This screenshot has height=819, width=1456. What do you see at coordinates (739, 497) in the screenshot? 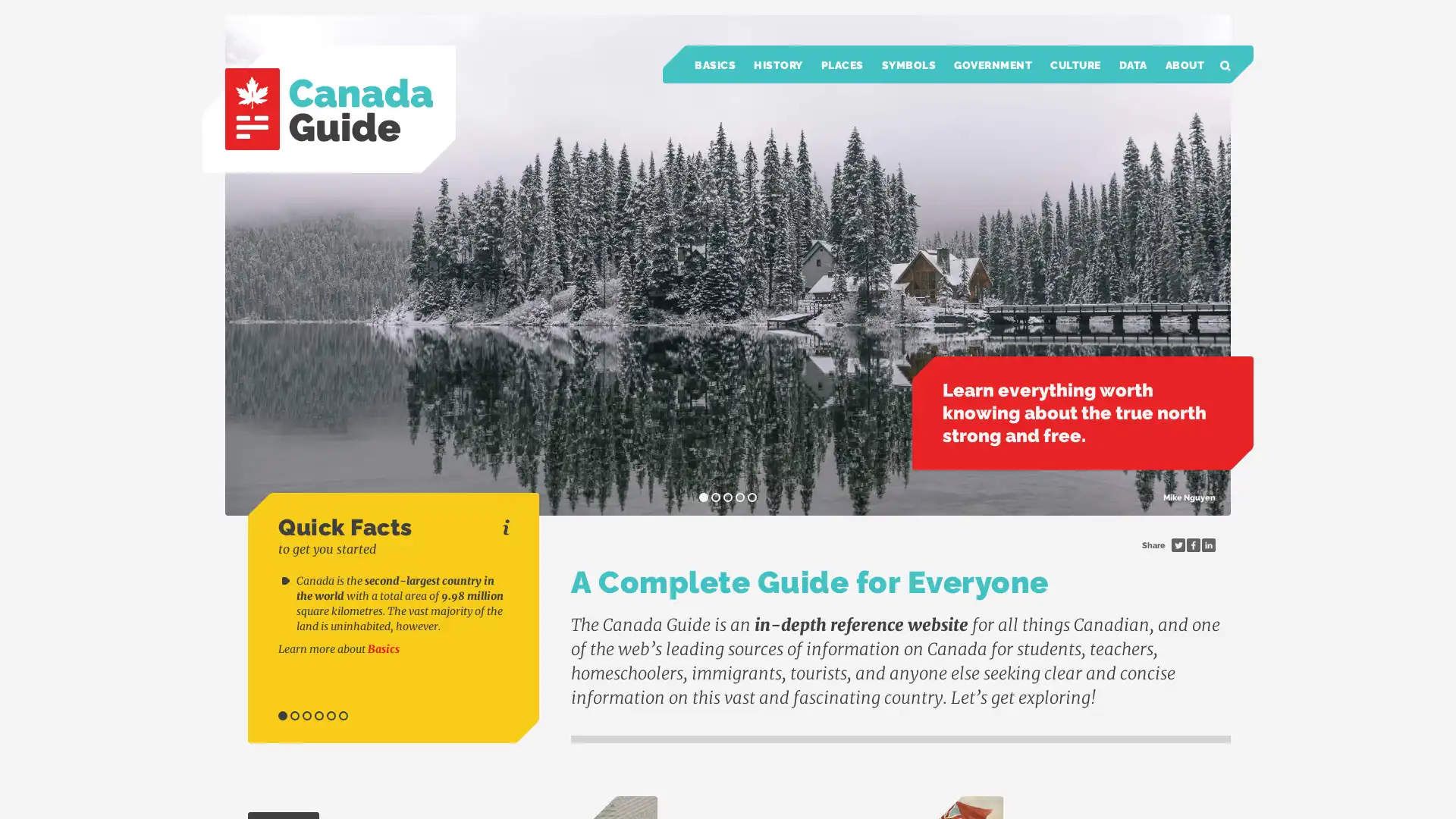
I see `Go to slide 4` at bounding box center [739, 497].